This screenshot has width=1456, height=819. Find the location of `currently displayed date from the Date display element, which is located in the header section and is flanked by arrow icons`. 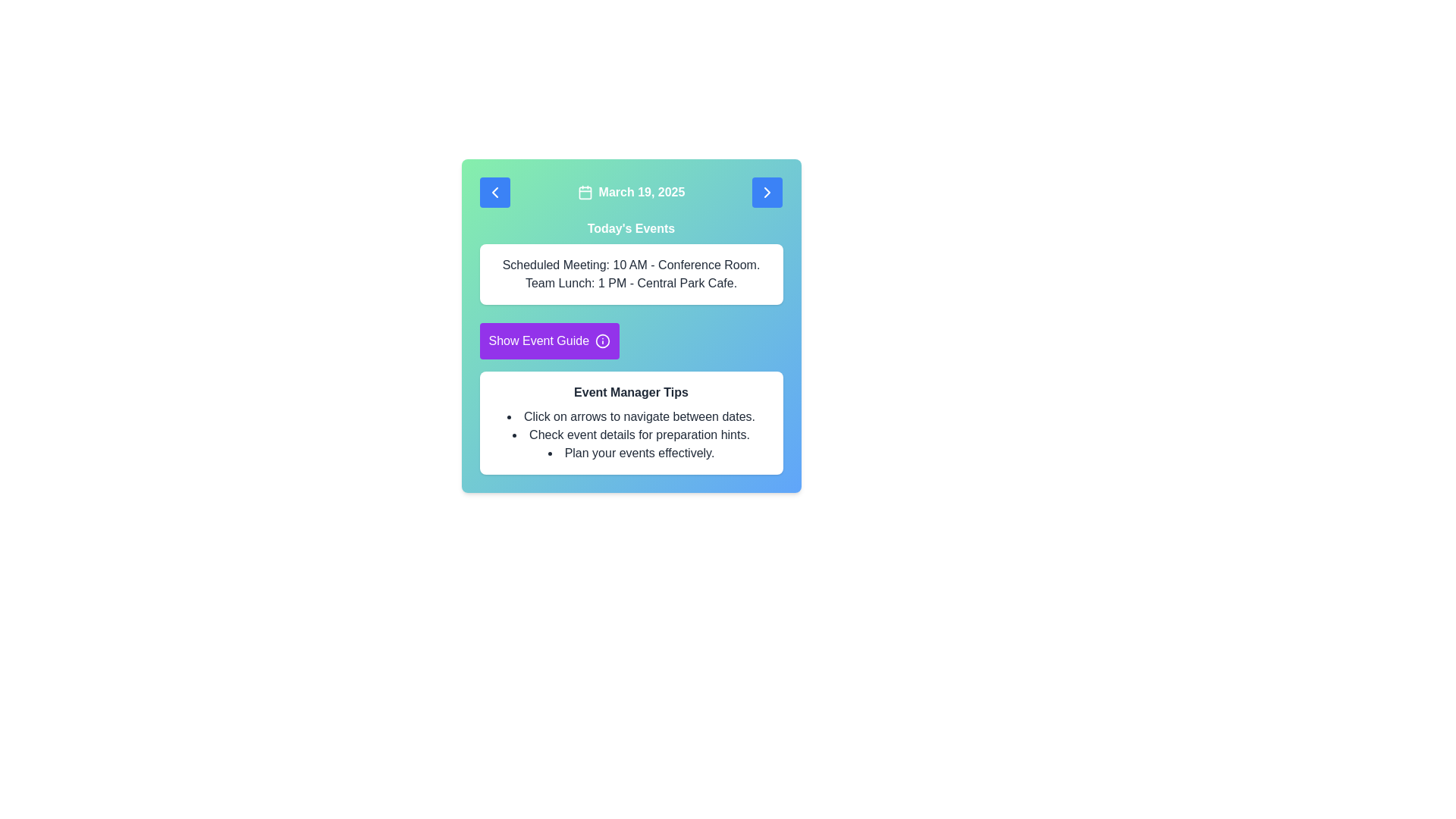

currently displayed date from the Date display element, which is located in the header section and is flanked by arrow icons is located at coordinates (631, 192).